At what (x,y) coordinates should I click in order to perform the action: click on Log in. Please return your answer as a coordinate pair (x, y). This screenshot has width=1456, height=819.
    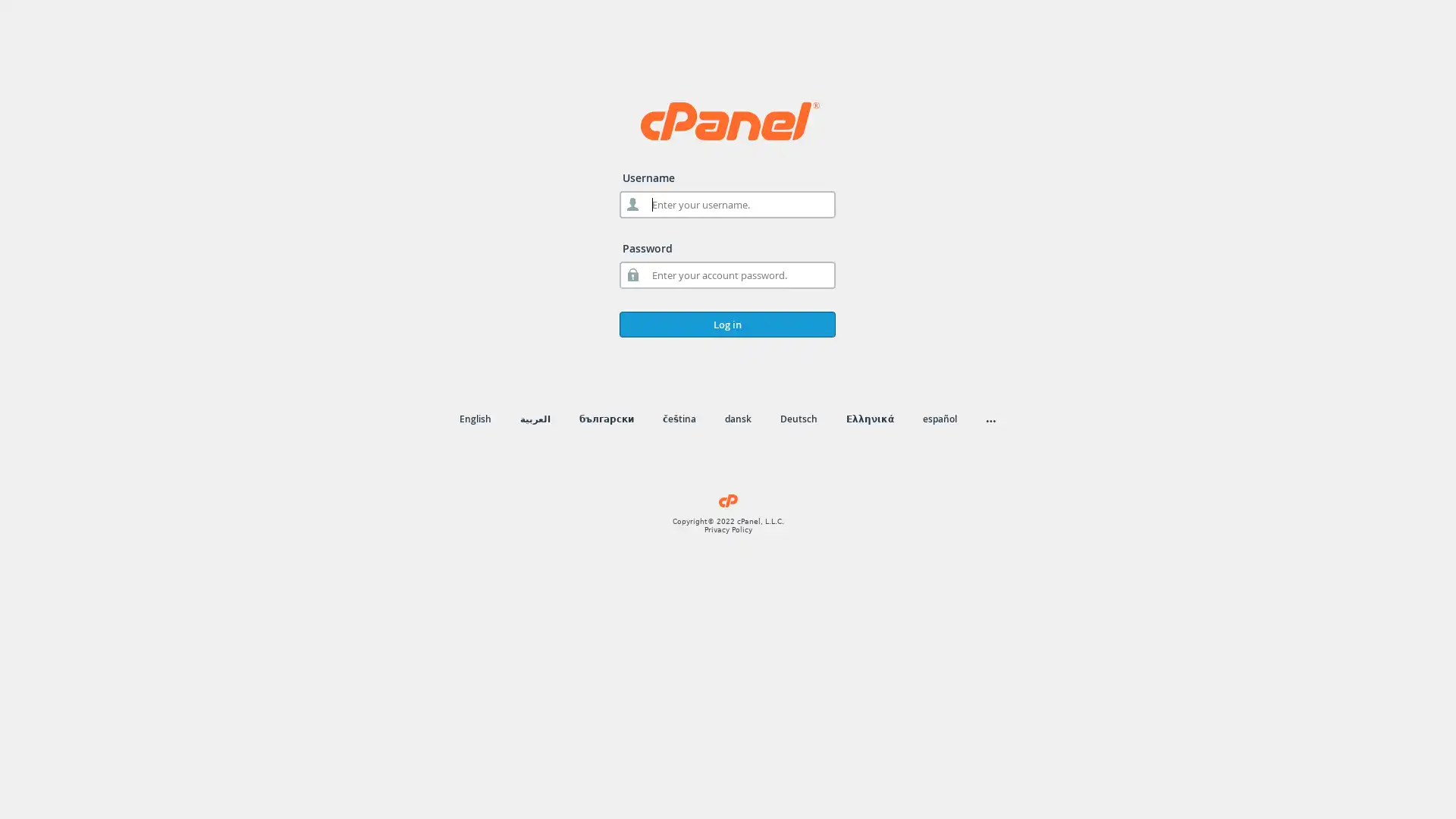
    Looking at the image, I should click on (726, 324).